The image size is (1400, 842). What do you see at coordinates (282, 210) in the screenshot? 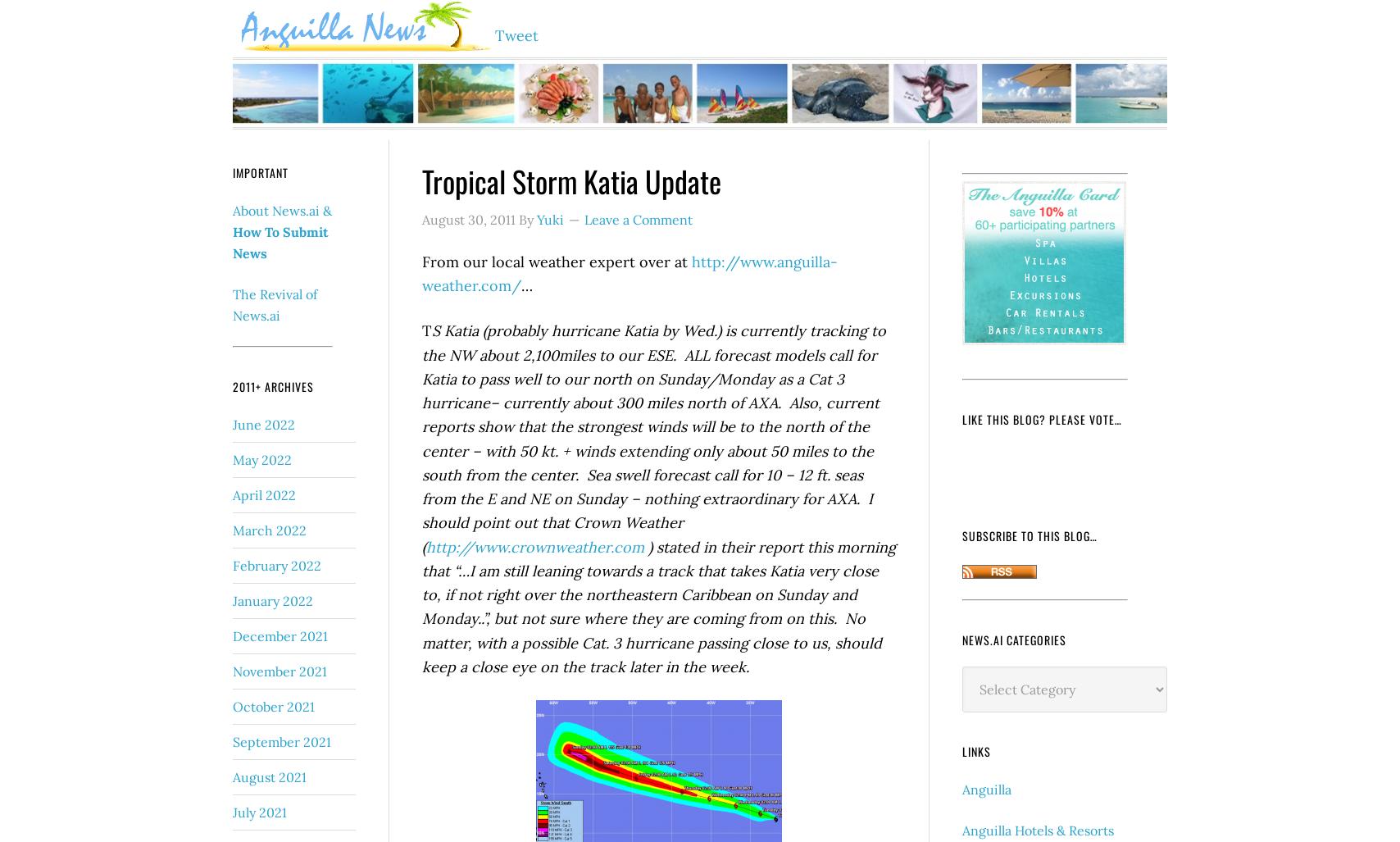
I see `'About News.ai &'` at bounding box center [282, 210].